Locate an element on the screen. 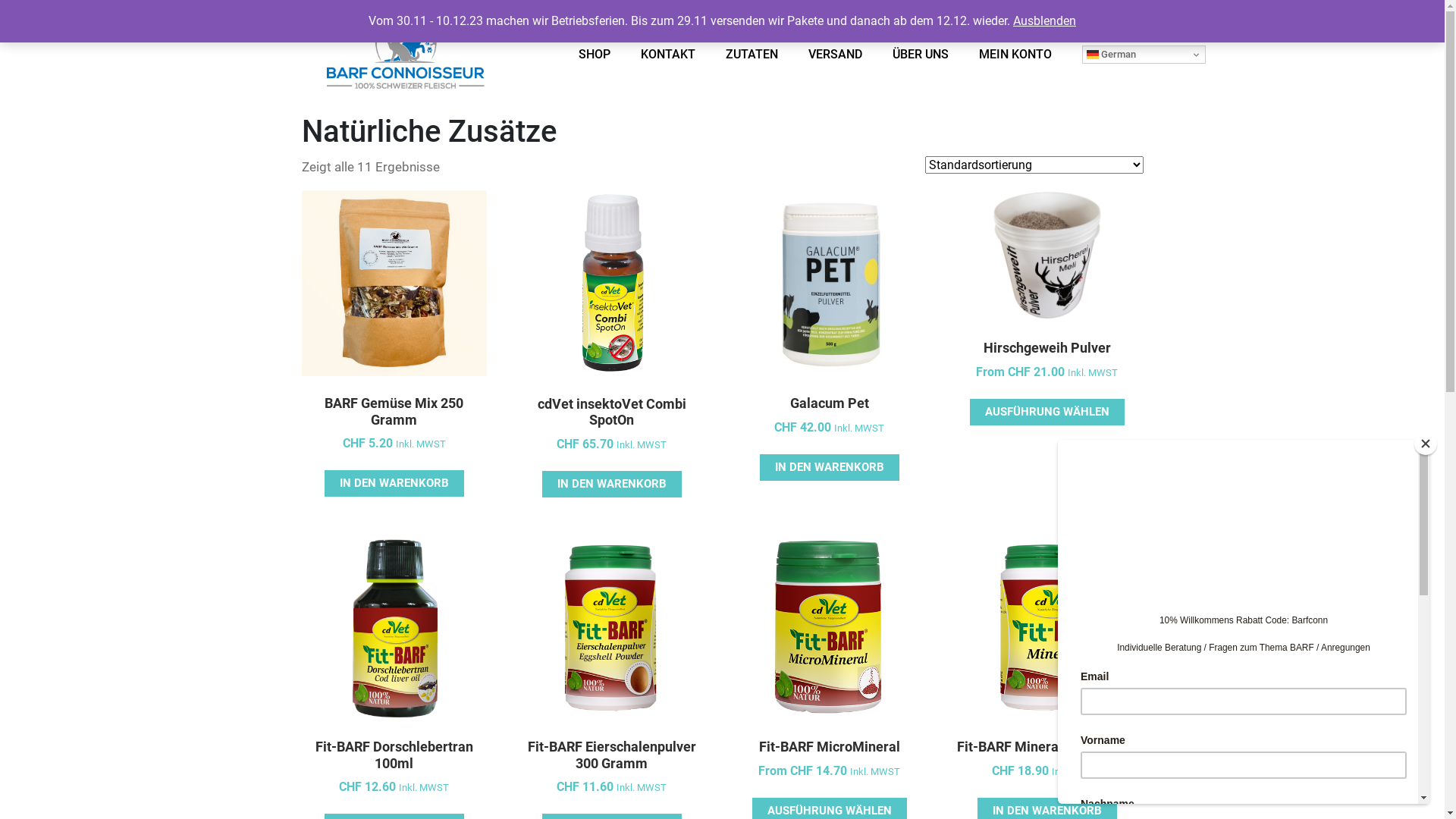  'logo' is located at coordinates (403, 58).